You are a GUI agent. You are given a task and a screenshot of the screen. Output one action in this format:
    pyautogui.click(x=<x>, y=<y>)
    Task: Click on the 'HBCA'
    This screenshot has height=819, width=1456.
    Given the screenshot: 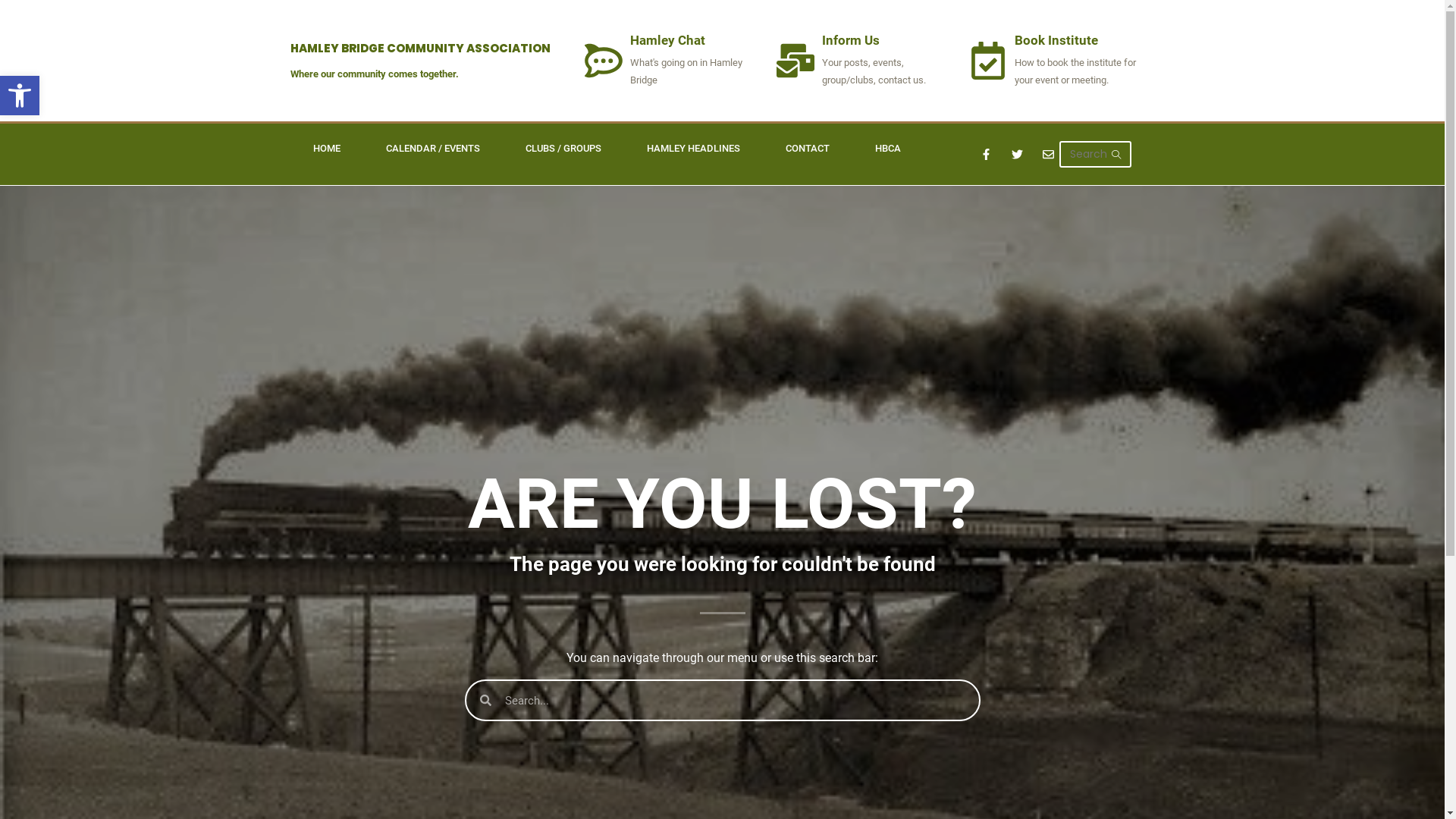 What is the action you would take?
    pyautogui.click(x=852, y=149)
    